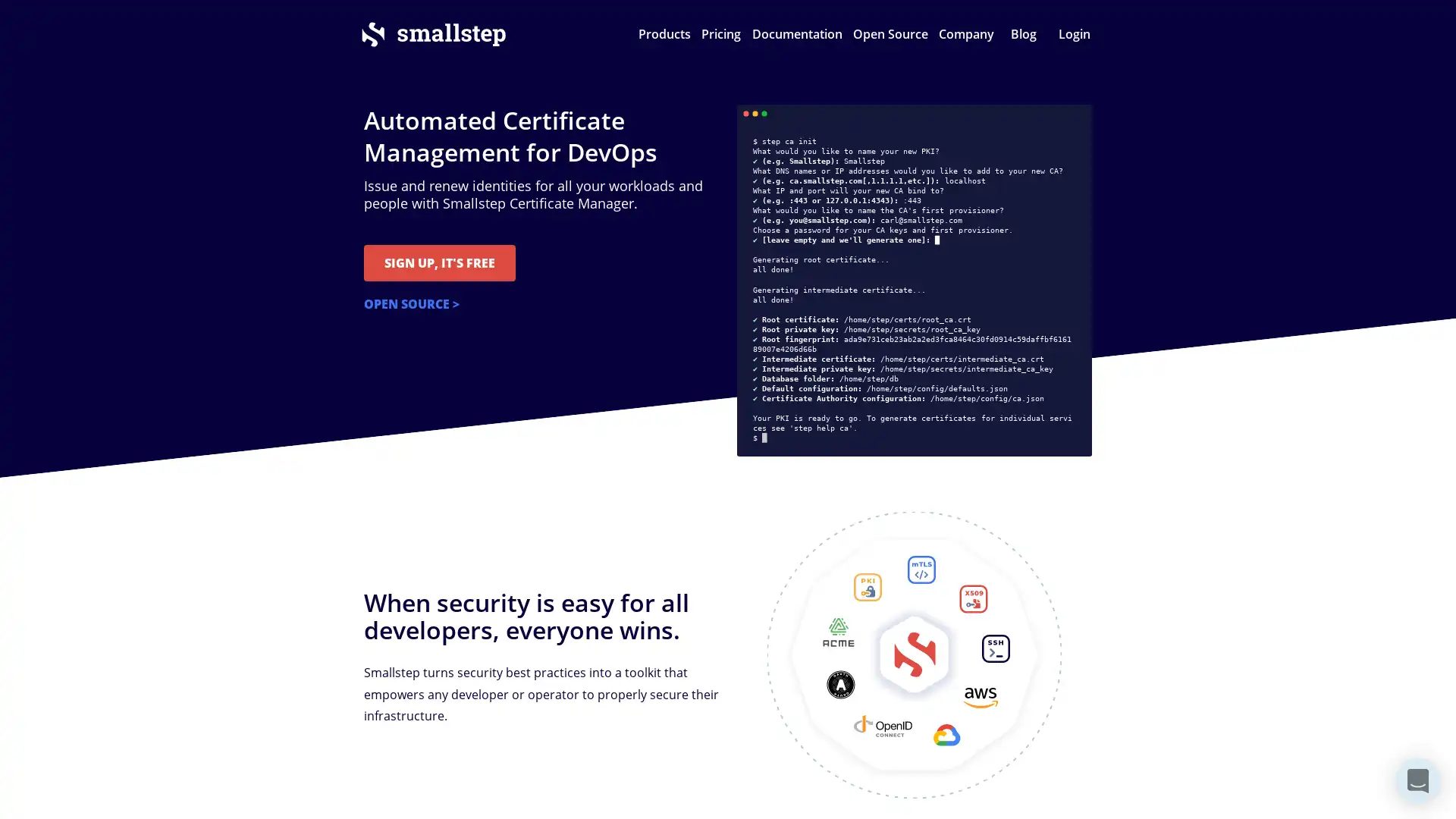 This screenshot has width=1456, height=819. I want to click on Open Intercom Messenger, so click(1417, 780).